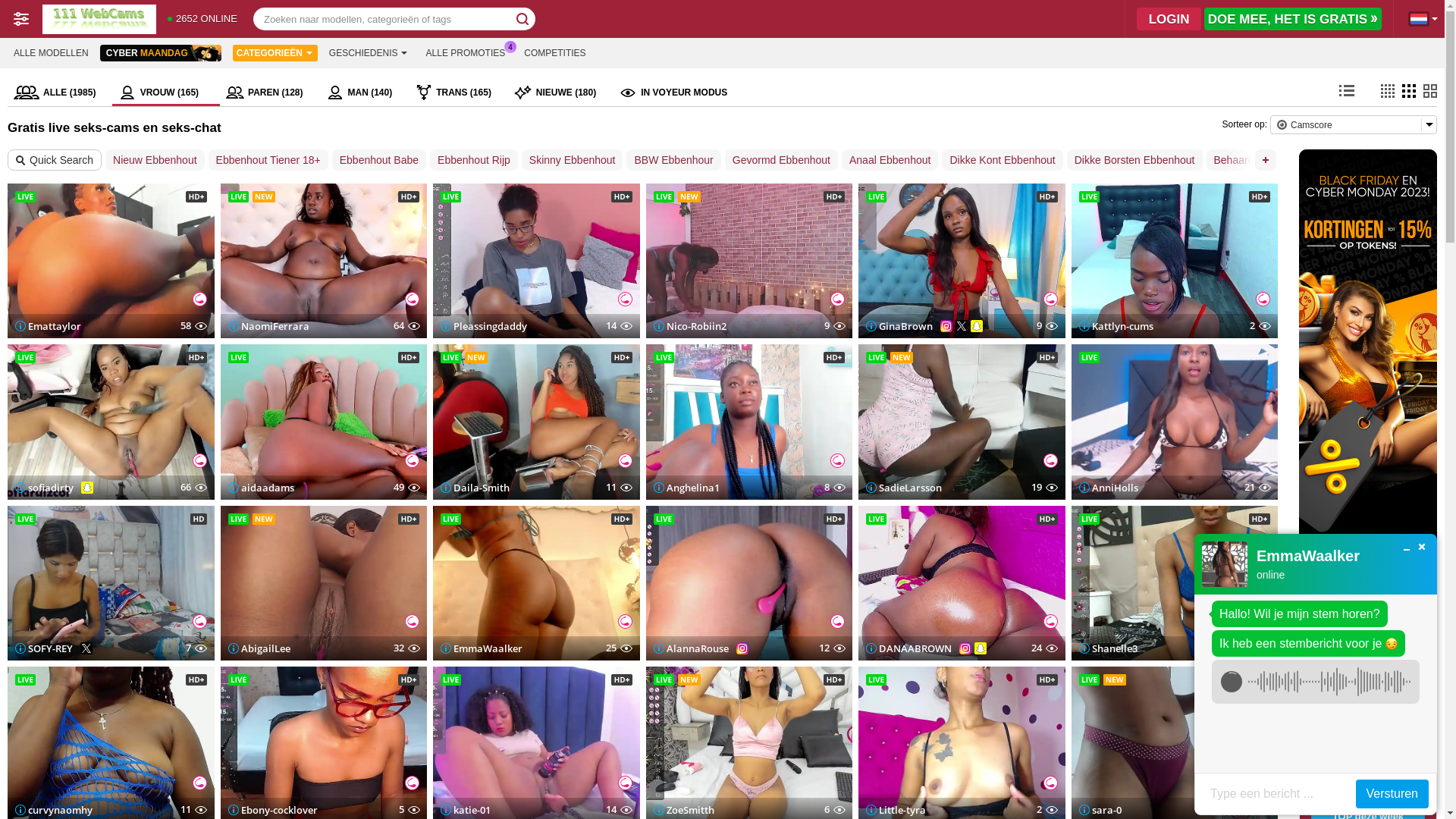  I want to click on 'Ebbenhout Tiener 18+', so click(207, 160).